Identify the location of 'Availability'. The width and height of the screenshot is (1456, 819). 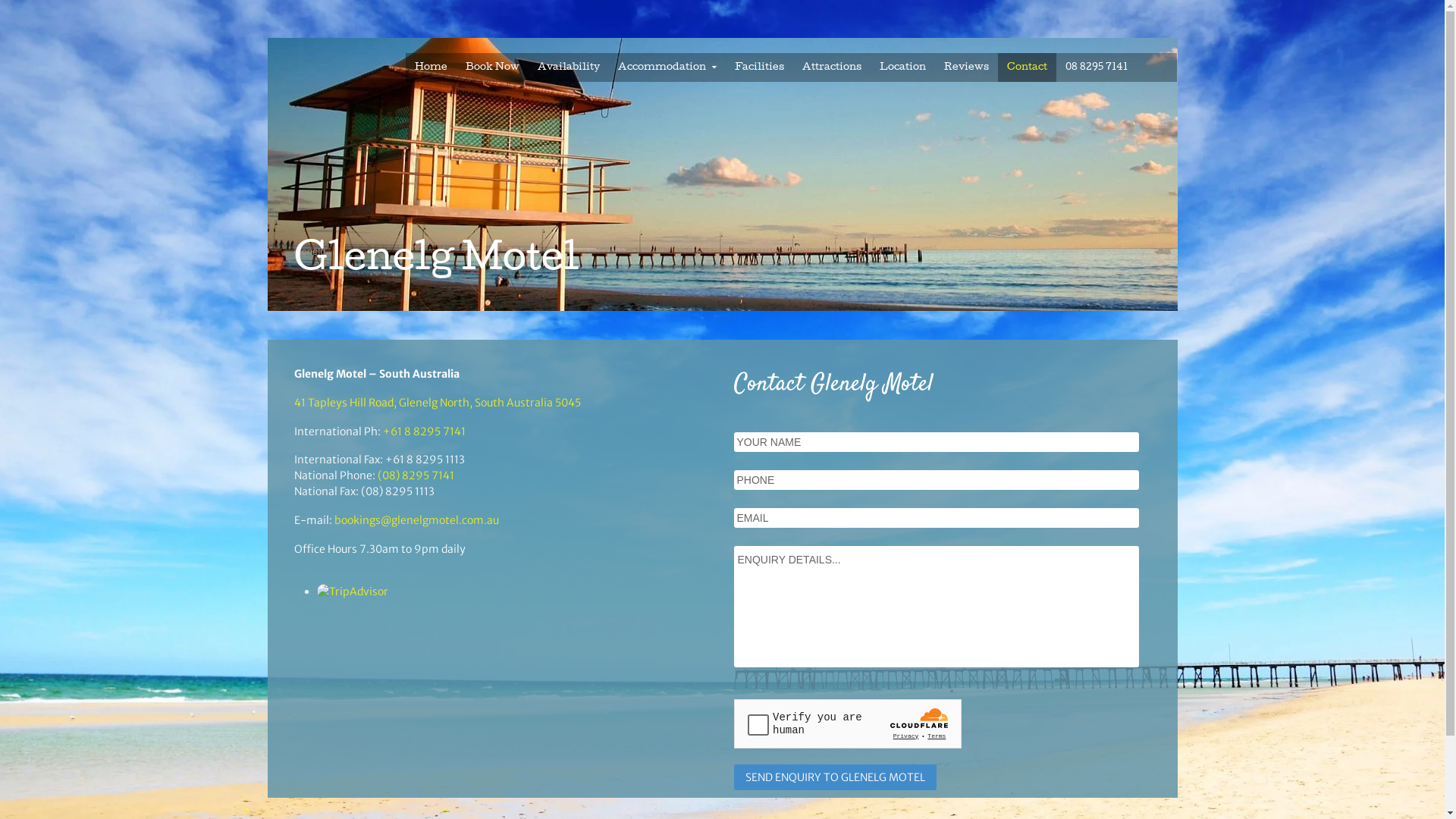
(566, 66).